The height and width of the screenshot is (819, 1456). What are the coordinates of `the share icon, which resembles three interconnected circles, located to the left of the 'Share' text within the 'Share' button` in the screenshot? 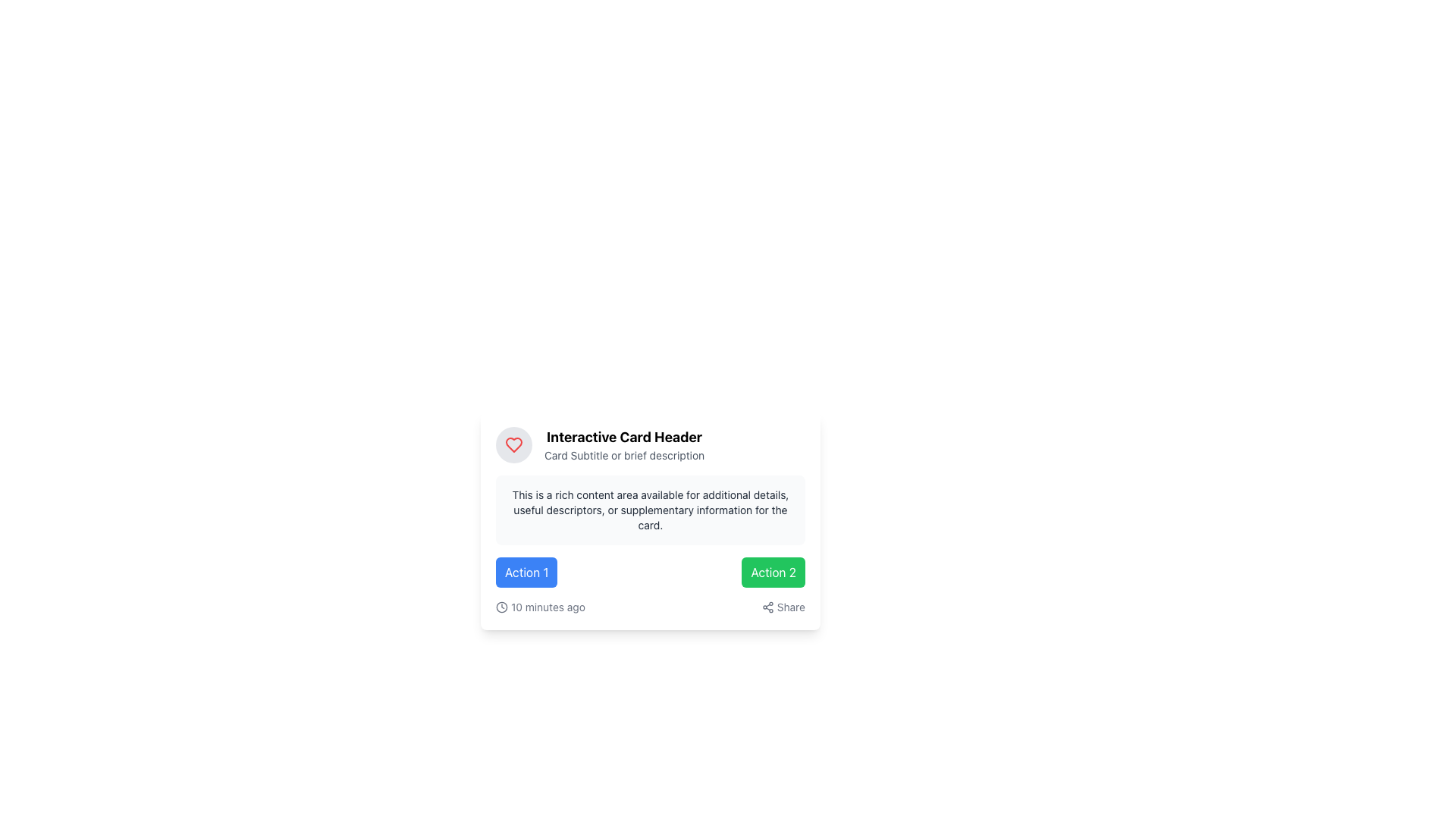 It's located at (767, 607).